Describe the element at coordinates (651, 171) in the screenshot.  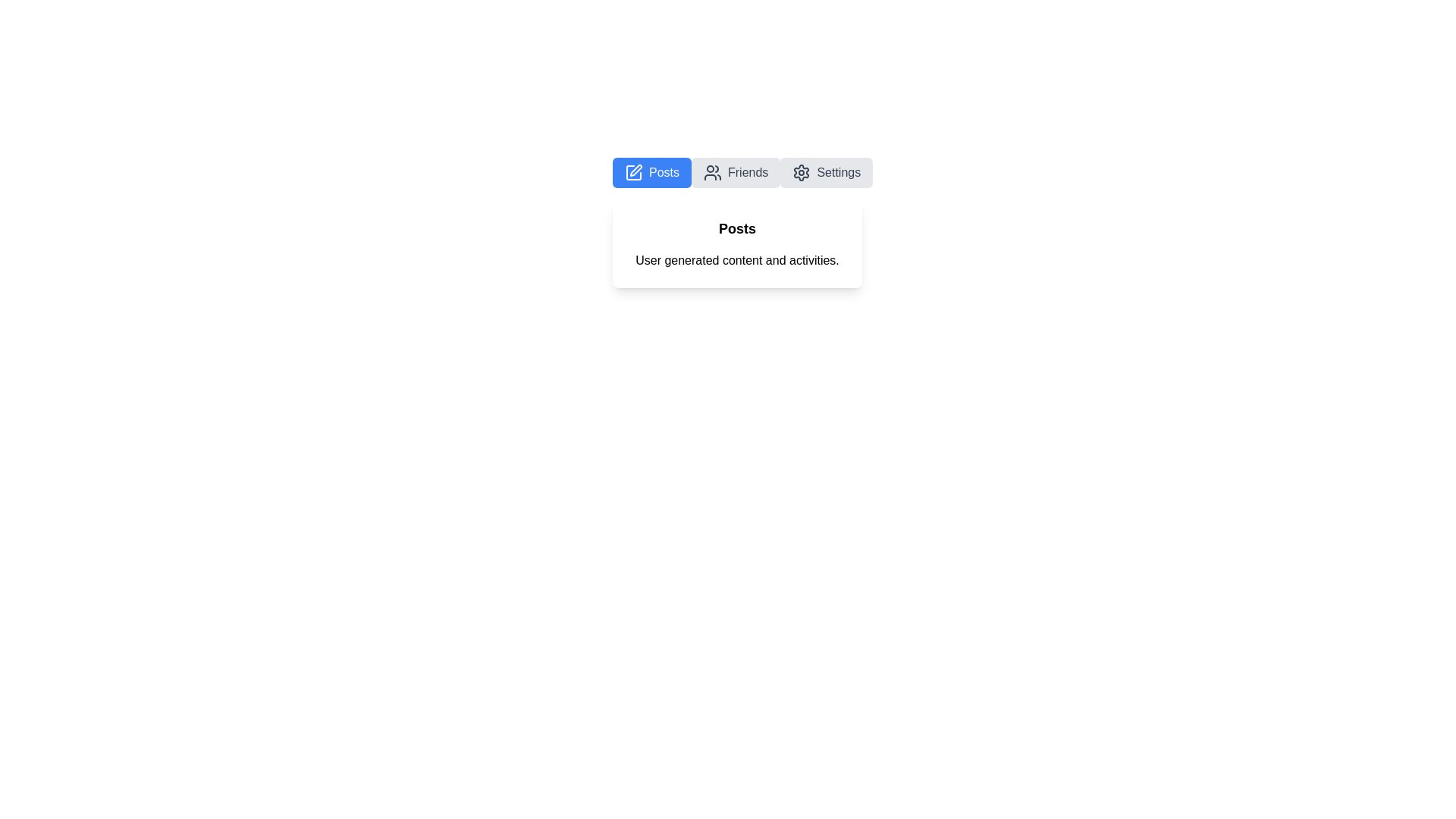
I see `the Posts tab by clicking on its button` at that location.